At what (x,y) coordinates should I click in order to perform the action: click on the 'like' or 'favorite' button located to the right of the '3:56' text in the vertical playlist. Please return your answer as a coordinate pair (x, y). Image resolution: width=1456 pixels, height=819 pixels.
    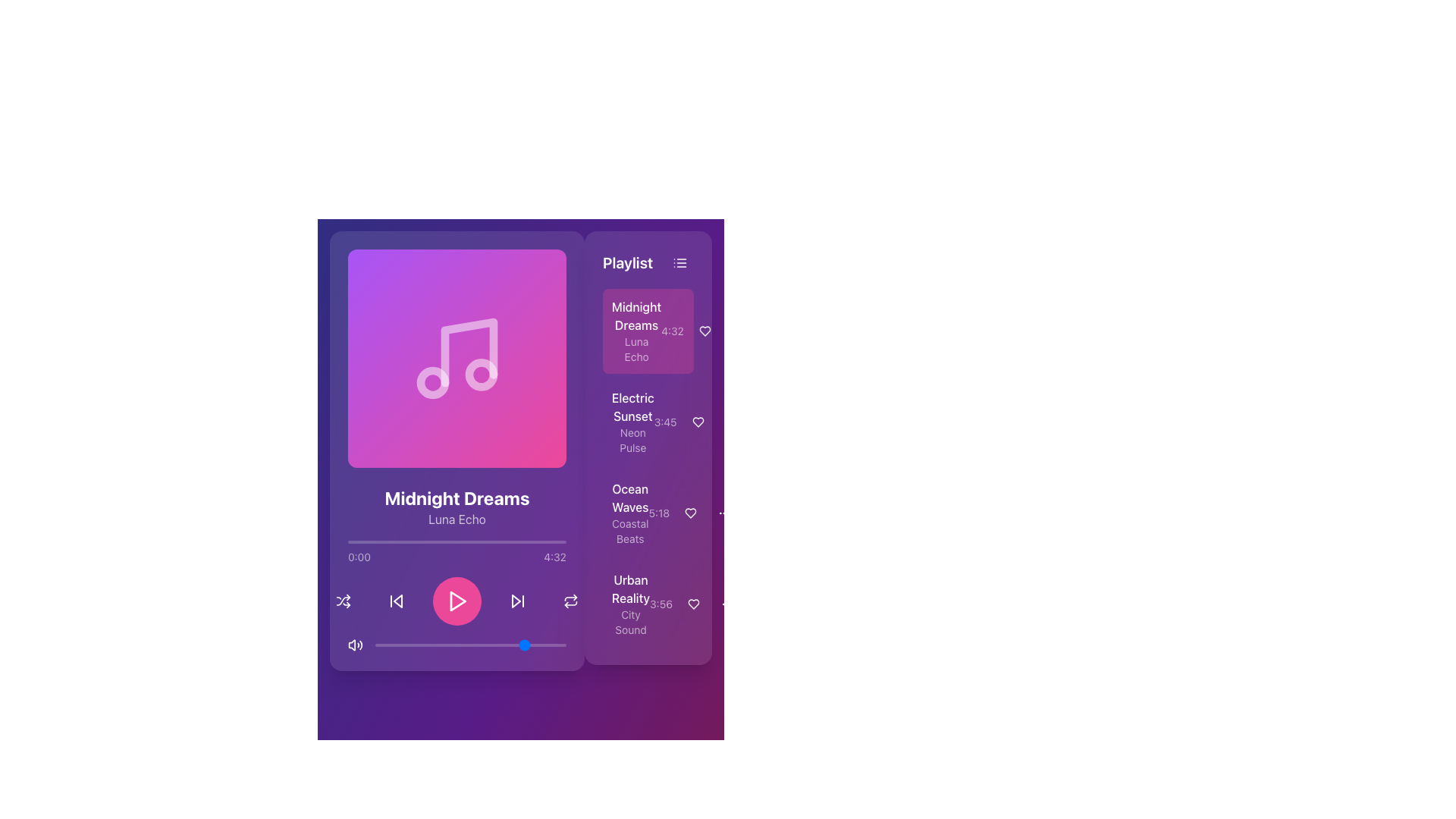
    Looking at the image, I should click on (693, 604).